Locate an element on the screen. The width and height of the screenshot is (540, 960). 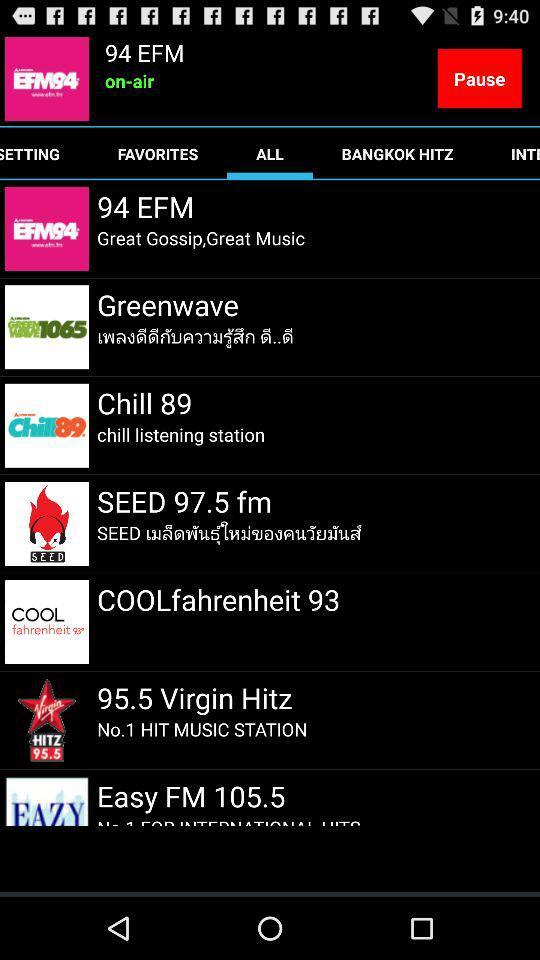
item to the left of all icon is located at coordinates (157, 152).